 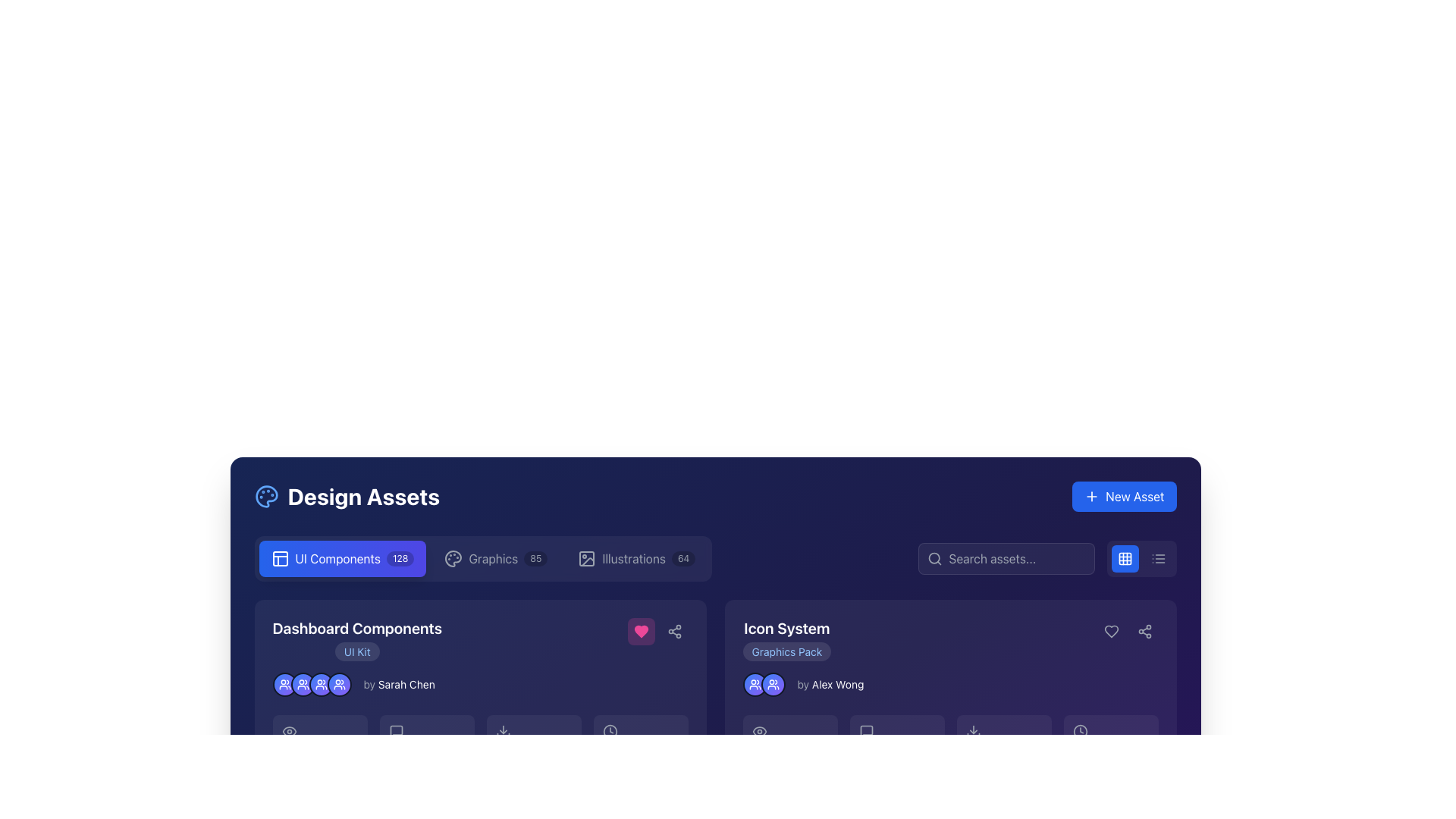 What do you see at coordinates (289, 730) in the screenshot?
I see `the visual indicator icon that displays visibility or views, located above the numeric text '2.4k' in the interface` at bounding box center [289, 730].